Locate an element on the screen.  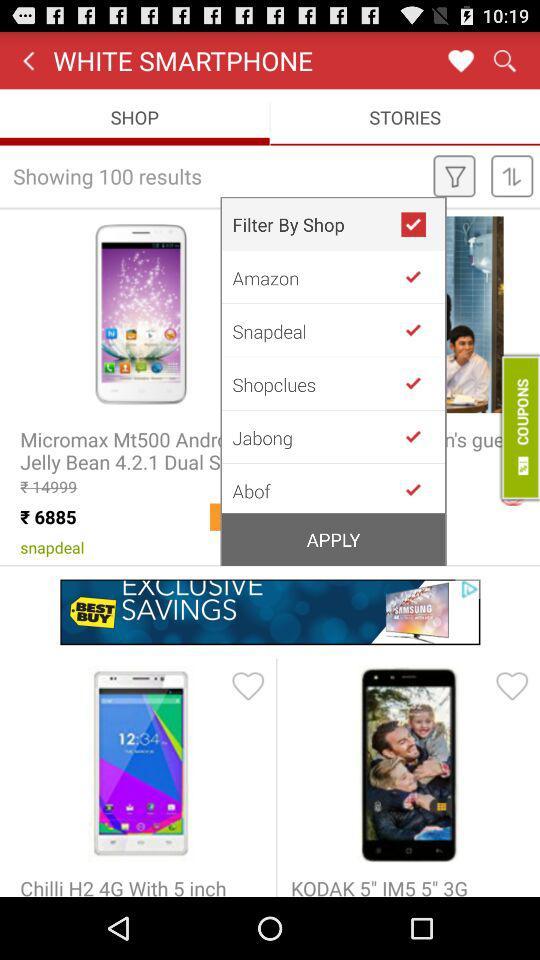
item below snapdeal app is located at coordinates (316, 383).